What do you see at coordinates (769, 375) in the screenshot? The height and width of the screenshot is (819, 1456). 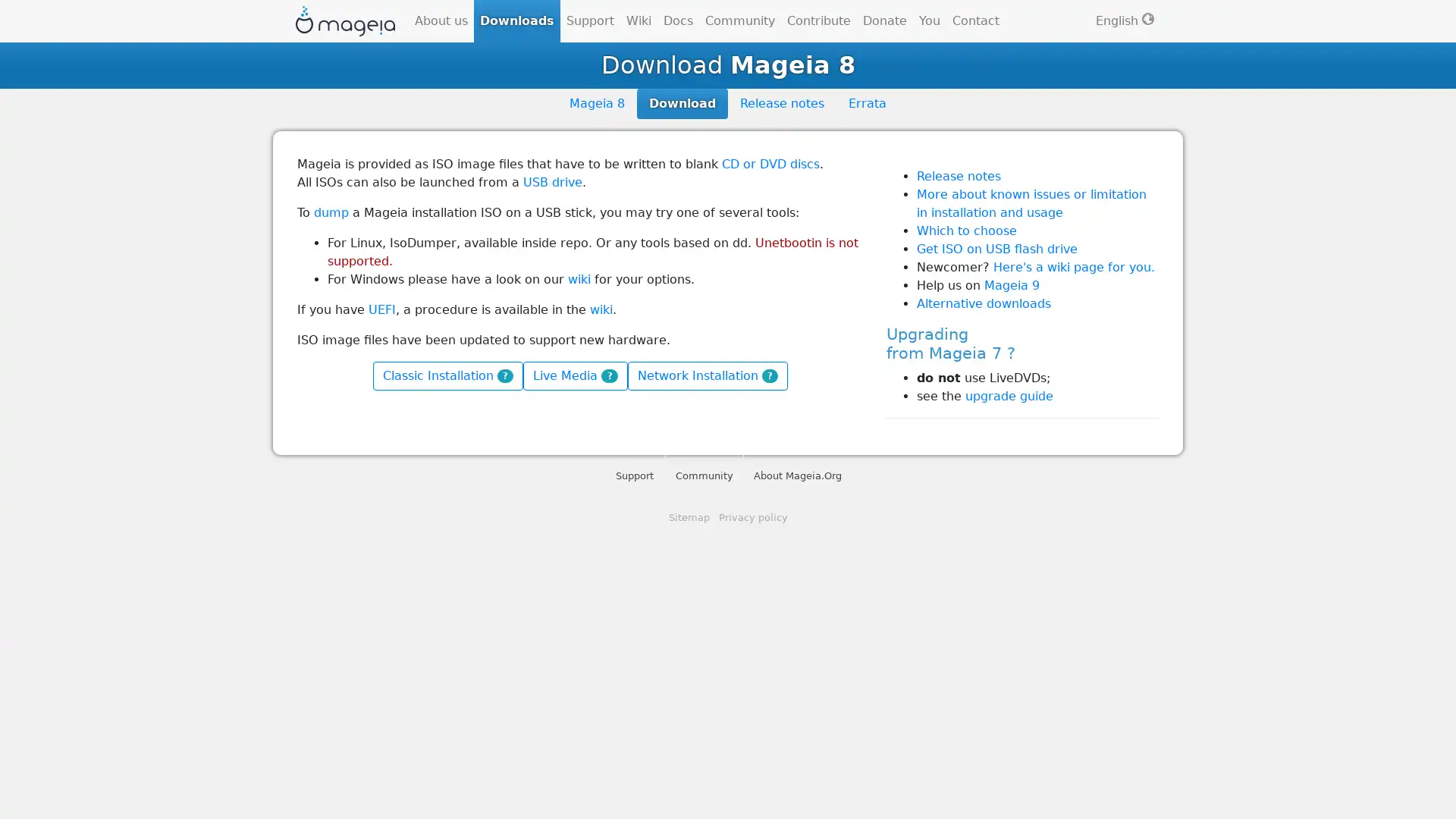 I see `?` at bounding box center [769, 375].